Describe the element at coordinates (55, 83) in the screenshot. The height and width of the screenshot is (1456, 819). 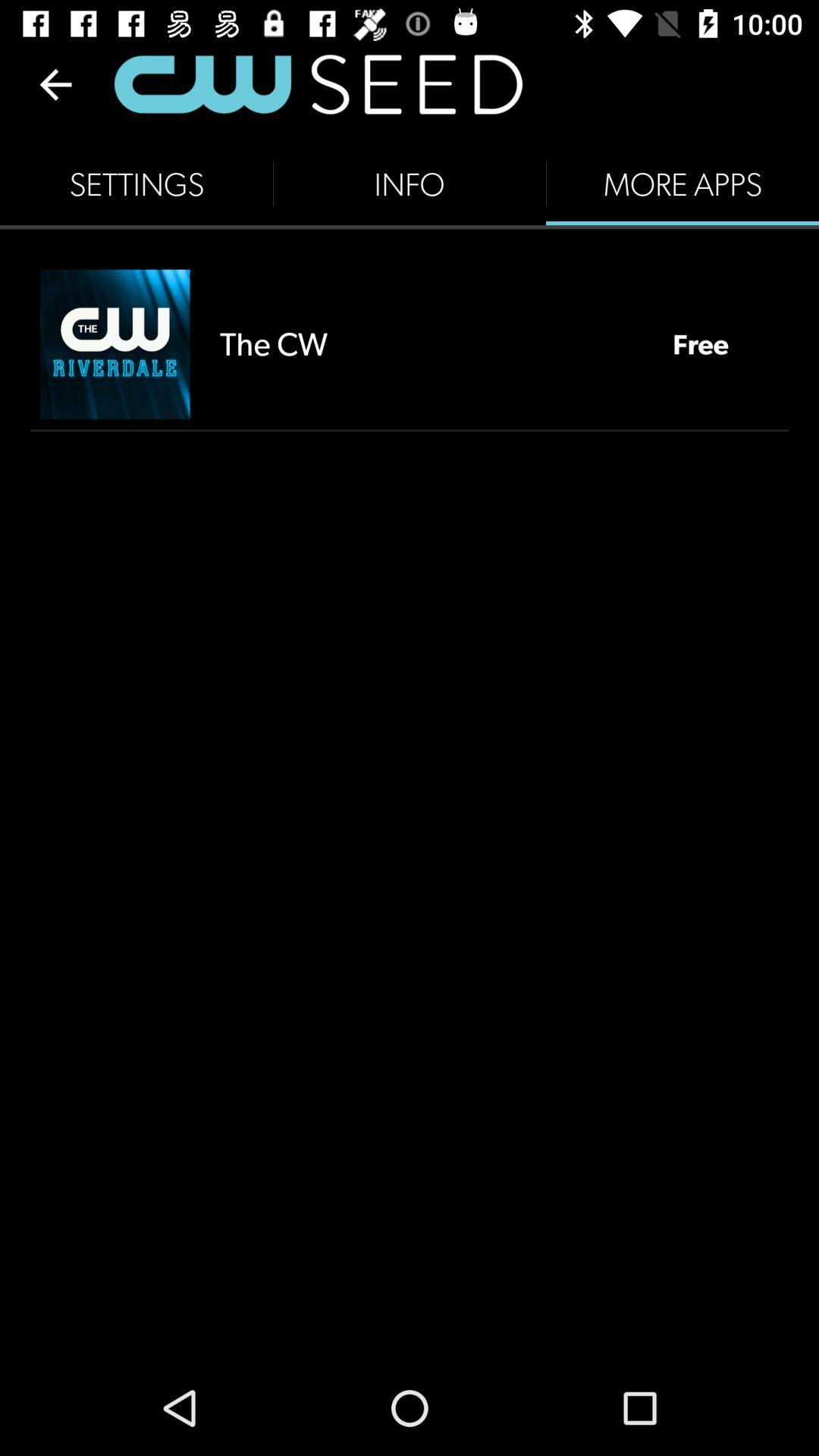
I see `the item above settings` at that location.